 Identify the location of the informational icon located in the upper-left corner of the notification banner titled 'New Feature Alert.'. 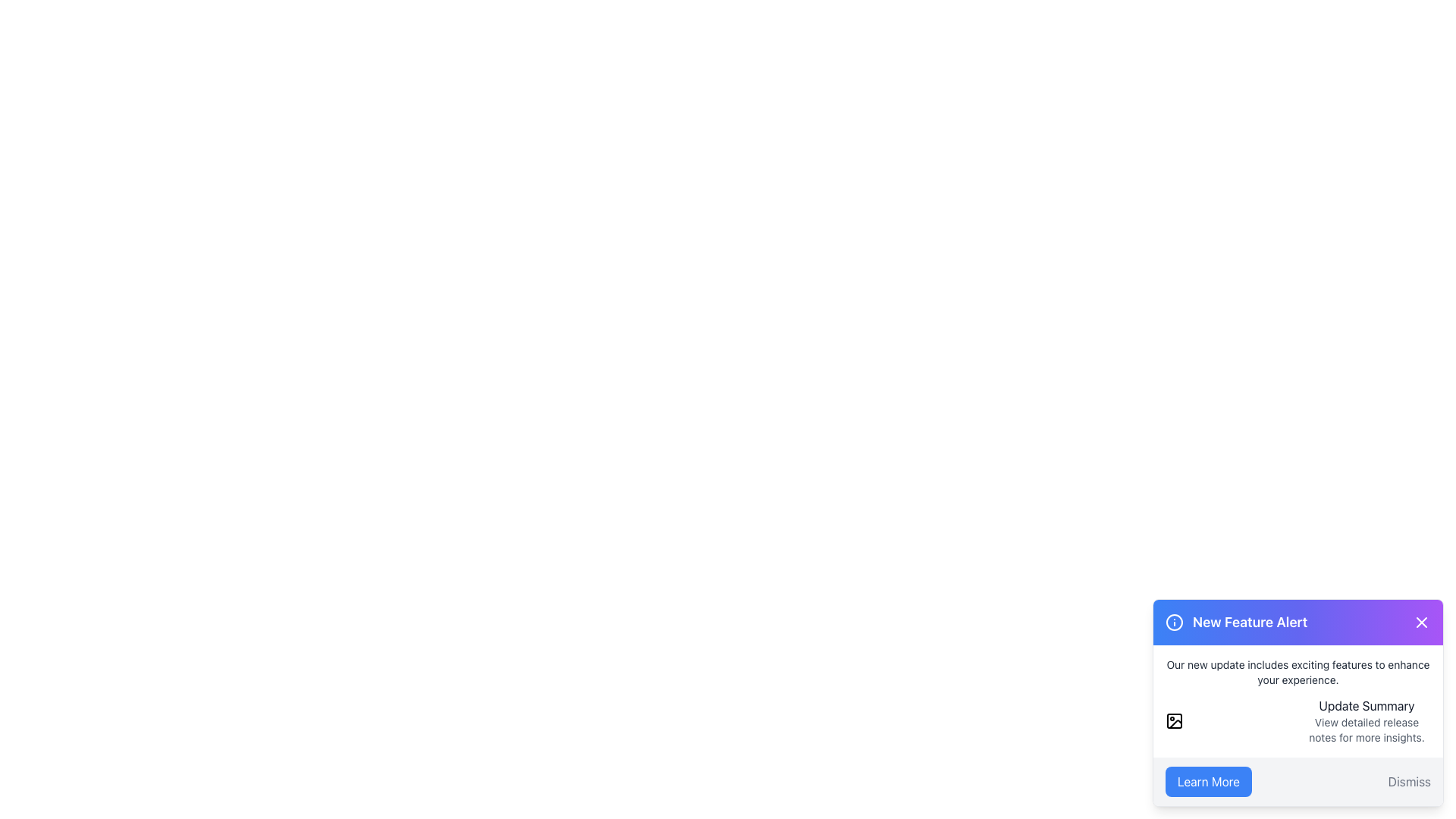
(1174, 623).